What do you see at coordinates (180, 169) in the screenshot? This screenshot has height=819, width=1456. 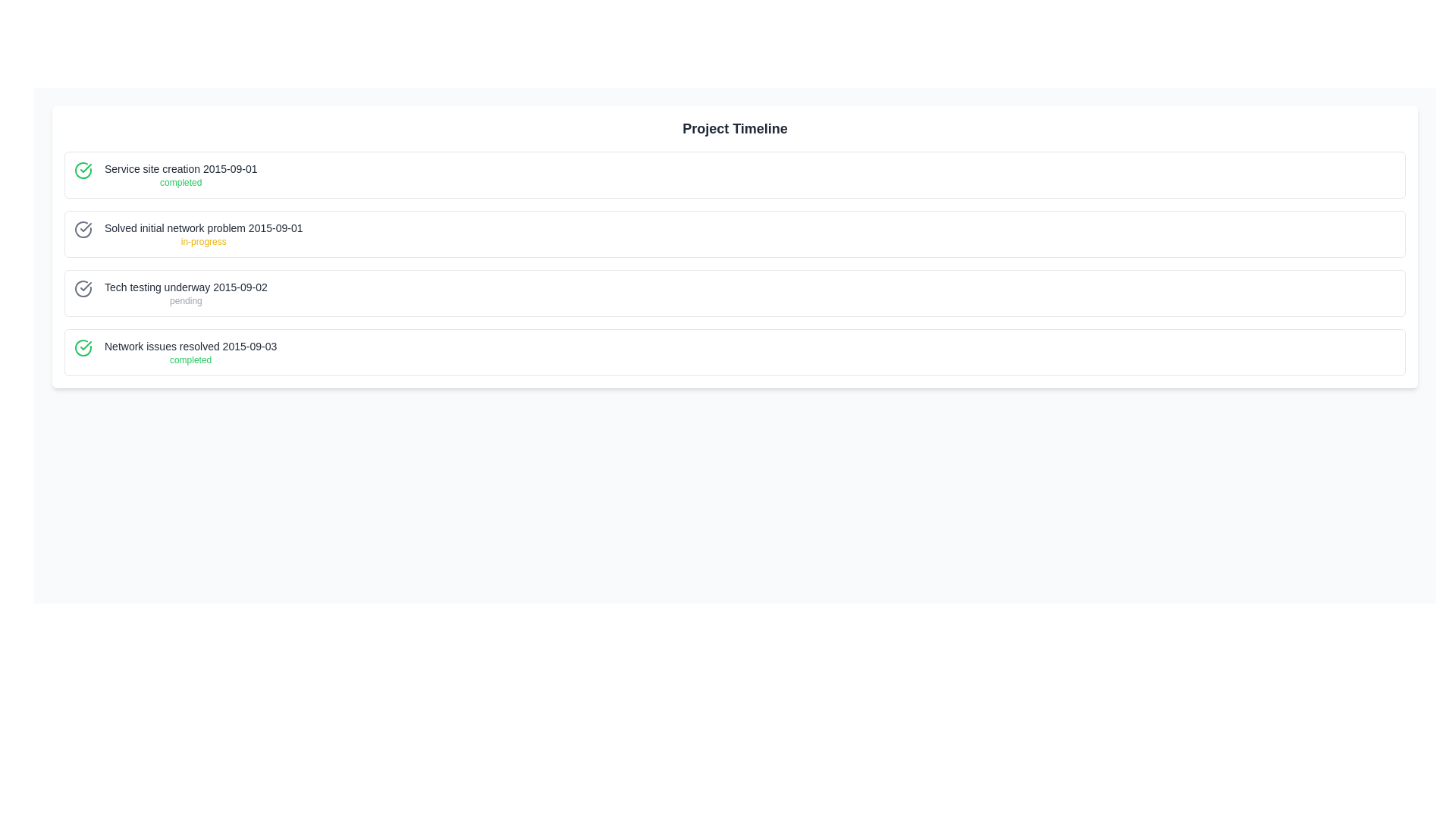 I see `the text element displaying 'Service site creation 2015-09-01' in the 'Project Timeline' section` at bounding box center [180, 169].